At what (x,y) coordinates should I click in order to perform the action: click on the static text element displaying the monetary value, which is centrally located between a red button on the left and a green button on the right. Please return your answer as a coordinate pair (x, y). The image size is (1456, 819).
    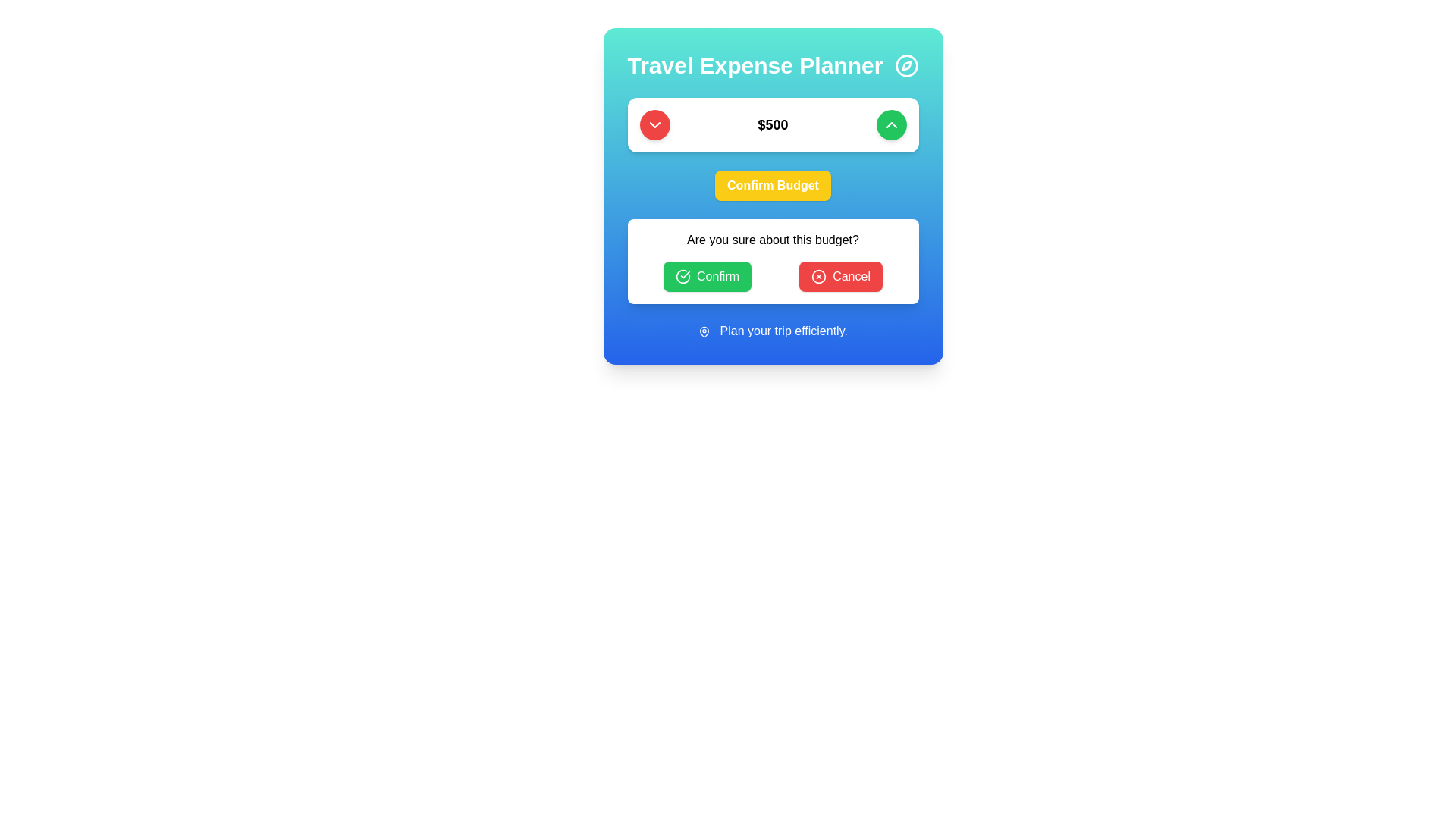
    Looking at the image, I should click on (773, 124).